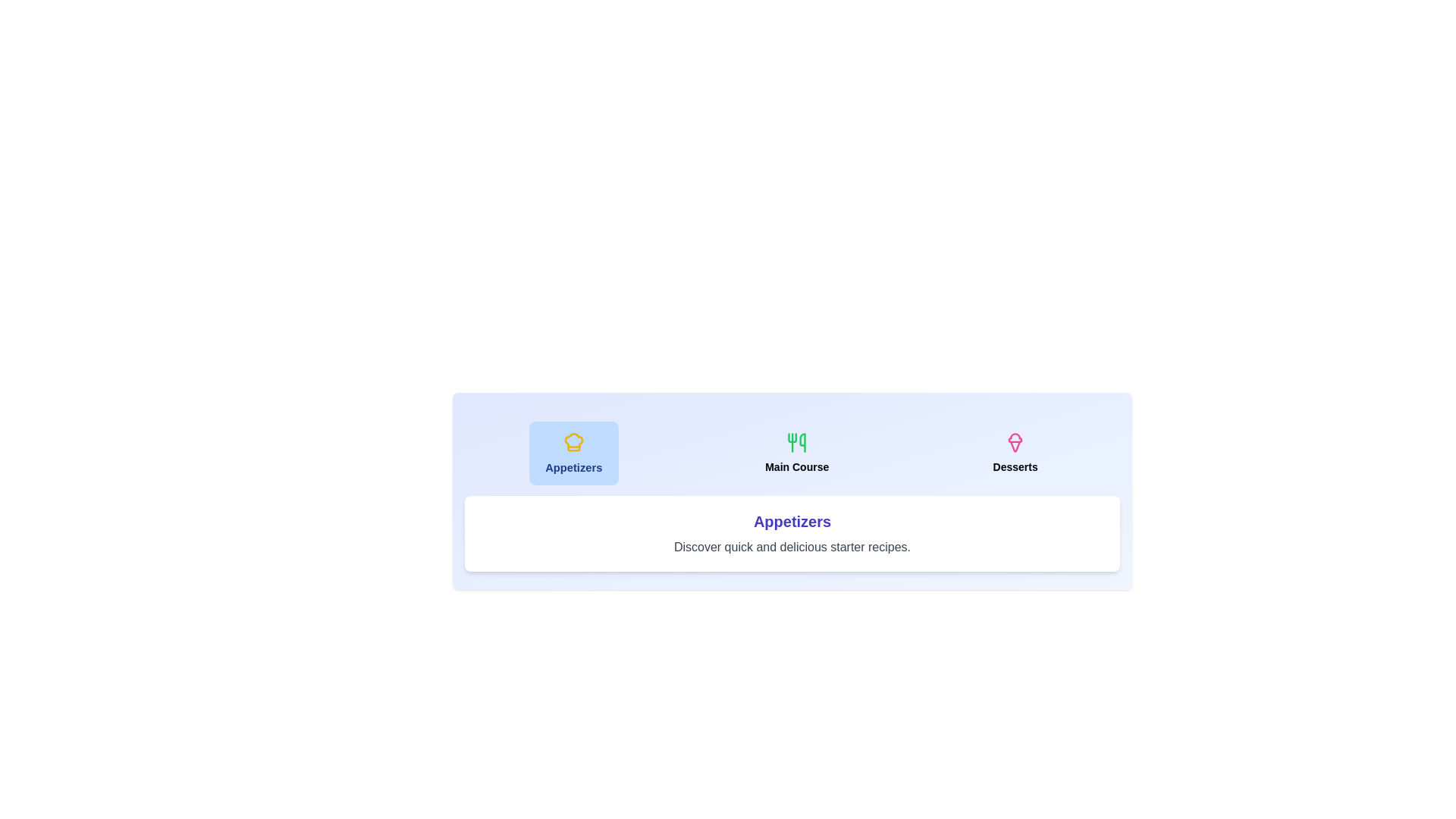 This screenshot has width=1456, height=819. What do you see at coordinates (1015, 452) in the screenshot?
I see `the tab labeled Desserts to display its associated category` at bounding box center [1015, 452].